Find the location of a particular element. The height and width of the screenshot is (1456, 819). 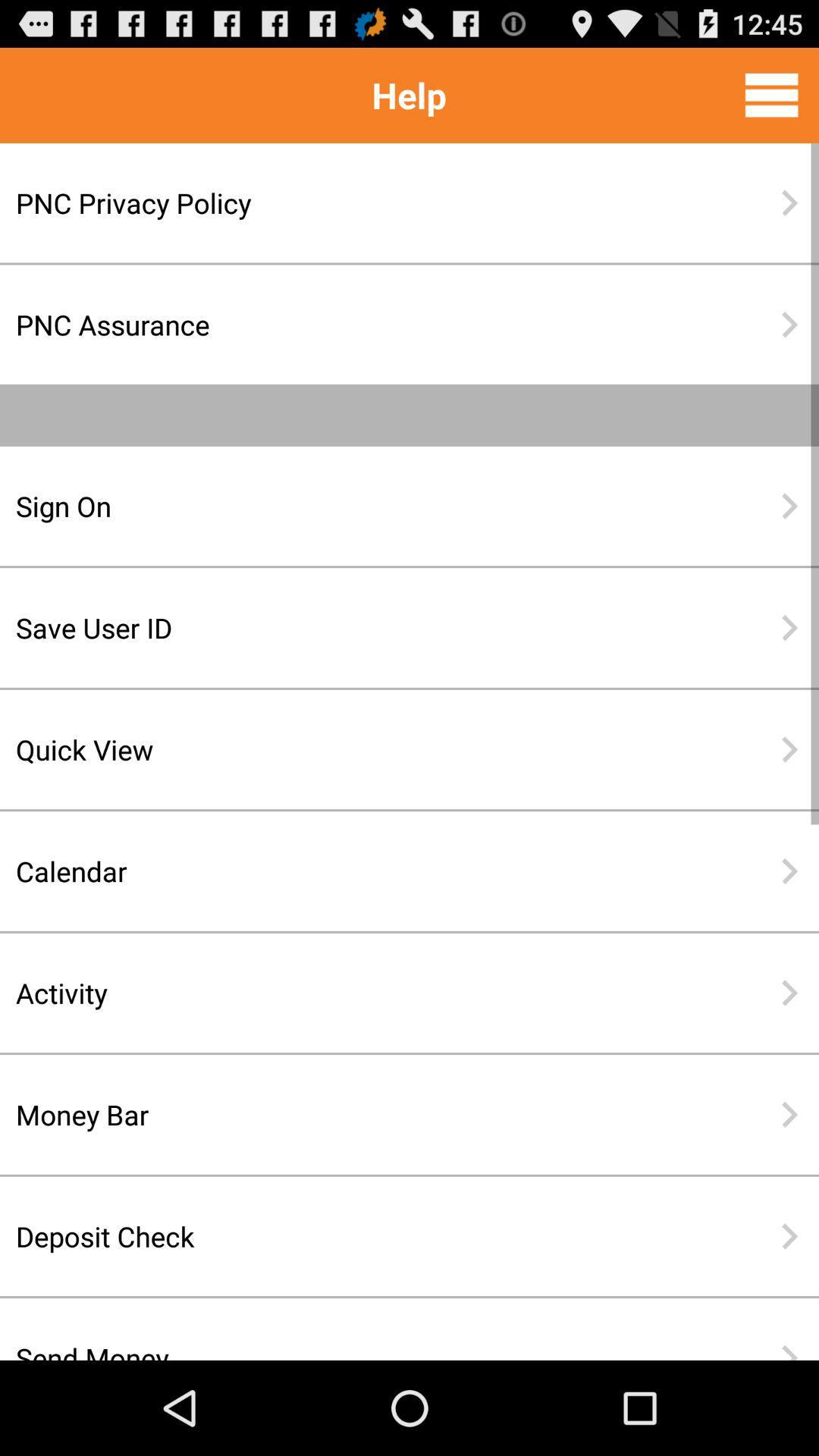

the item next to the pnc privacy policy item is located at coordinates (789, 202).